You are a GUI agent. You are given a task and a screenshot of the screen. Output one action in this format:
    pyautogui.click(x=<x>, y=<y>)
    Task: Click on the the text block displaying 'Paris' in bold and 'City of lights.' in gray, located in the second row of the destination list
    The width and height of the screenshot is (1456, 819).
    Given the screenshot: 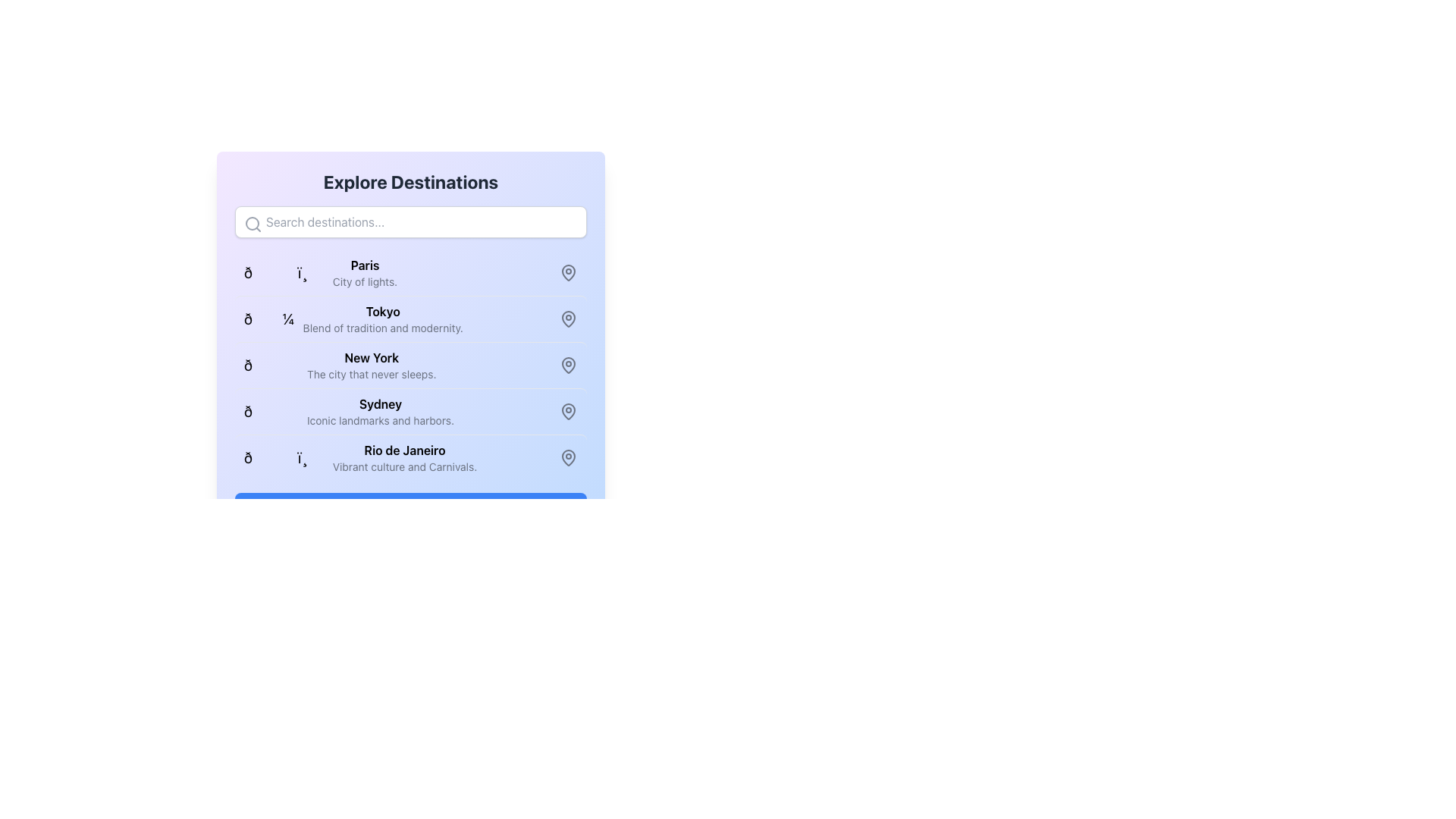 What is the action you would take?
    pyautogui.click(x=365, y=271)
    